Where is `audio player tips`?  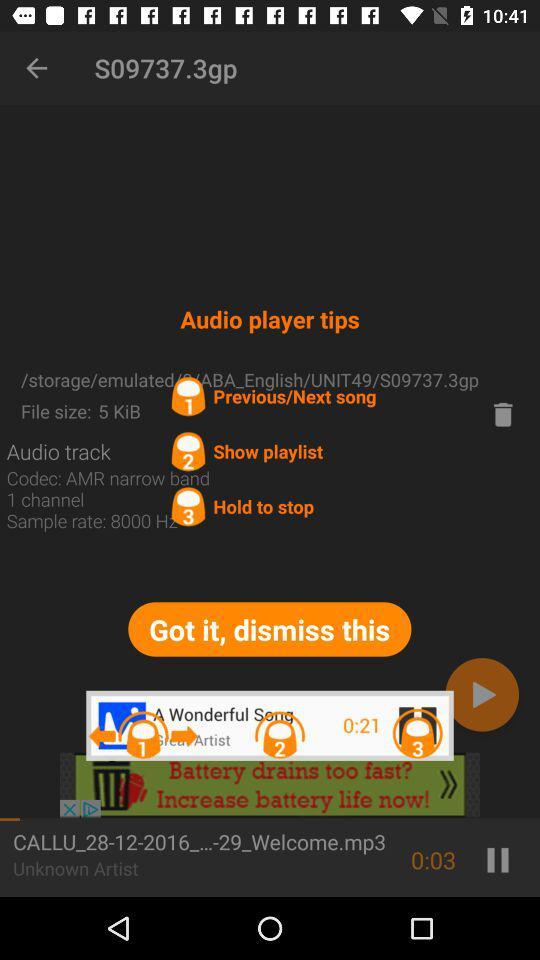
audio player tips is located at coordinates (270, 785).